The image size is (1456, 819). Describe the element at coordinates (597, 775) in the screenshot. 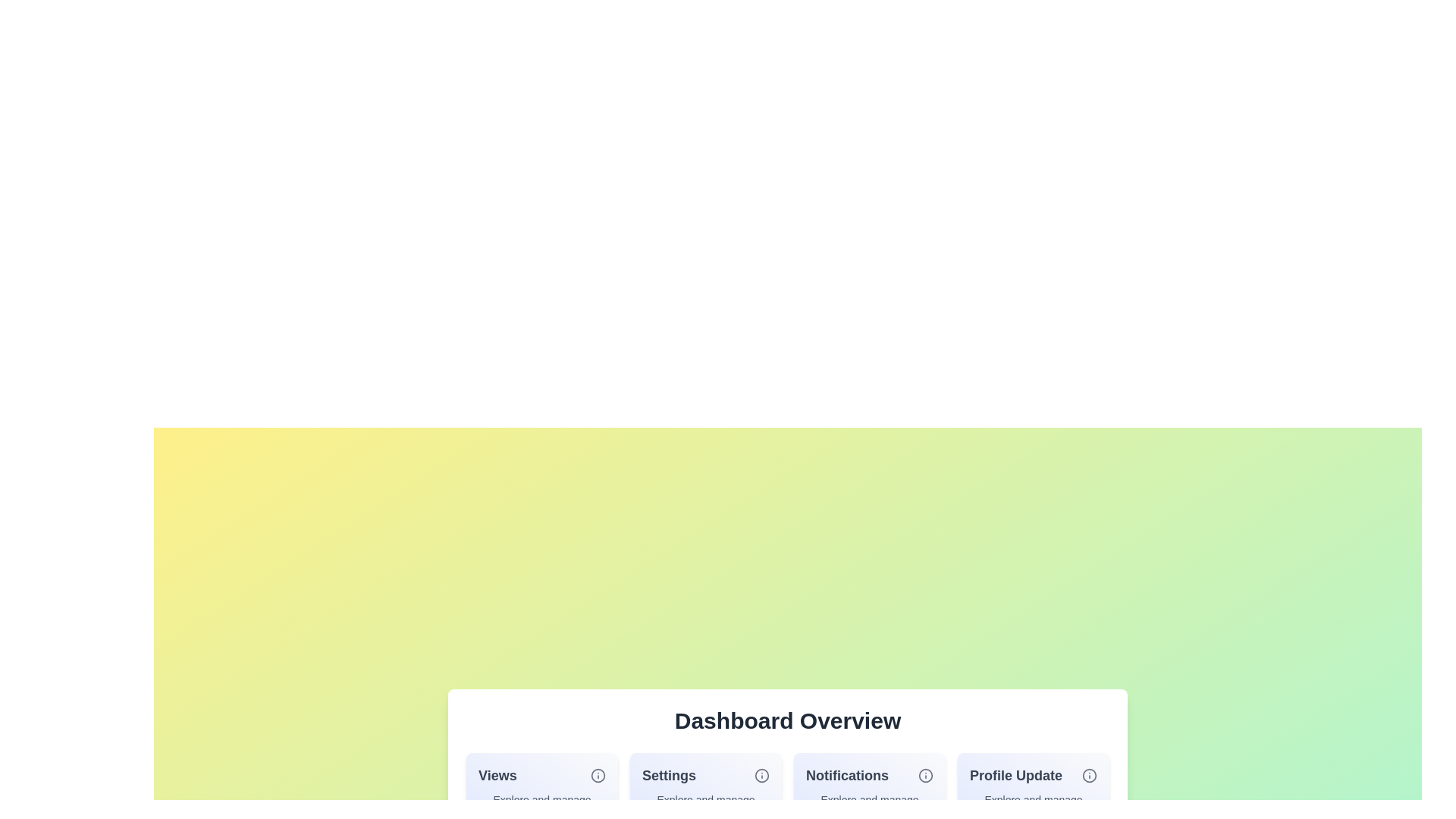

I see `the circular icon button with a gray border and 'i' symbol for accessibility purposes` at that location.